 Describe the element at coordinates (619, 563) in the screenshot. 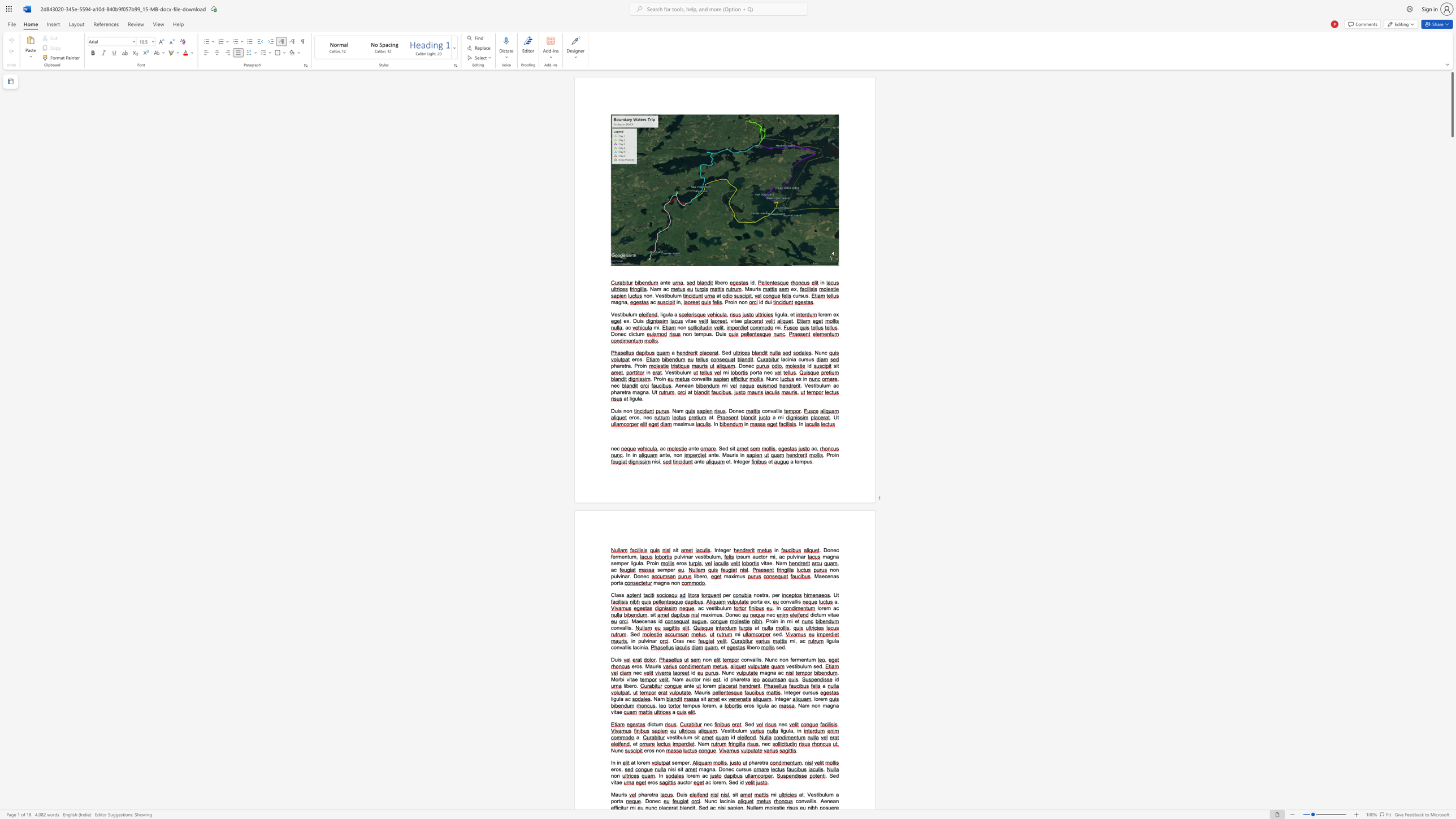

I see `the 1th character "m" in the text` at that location.